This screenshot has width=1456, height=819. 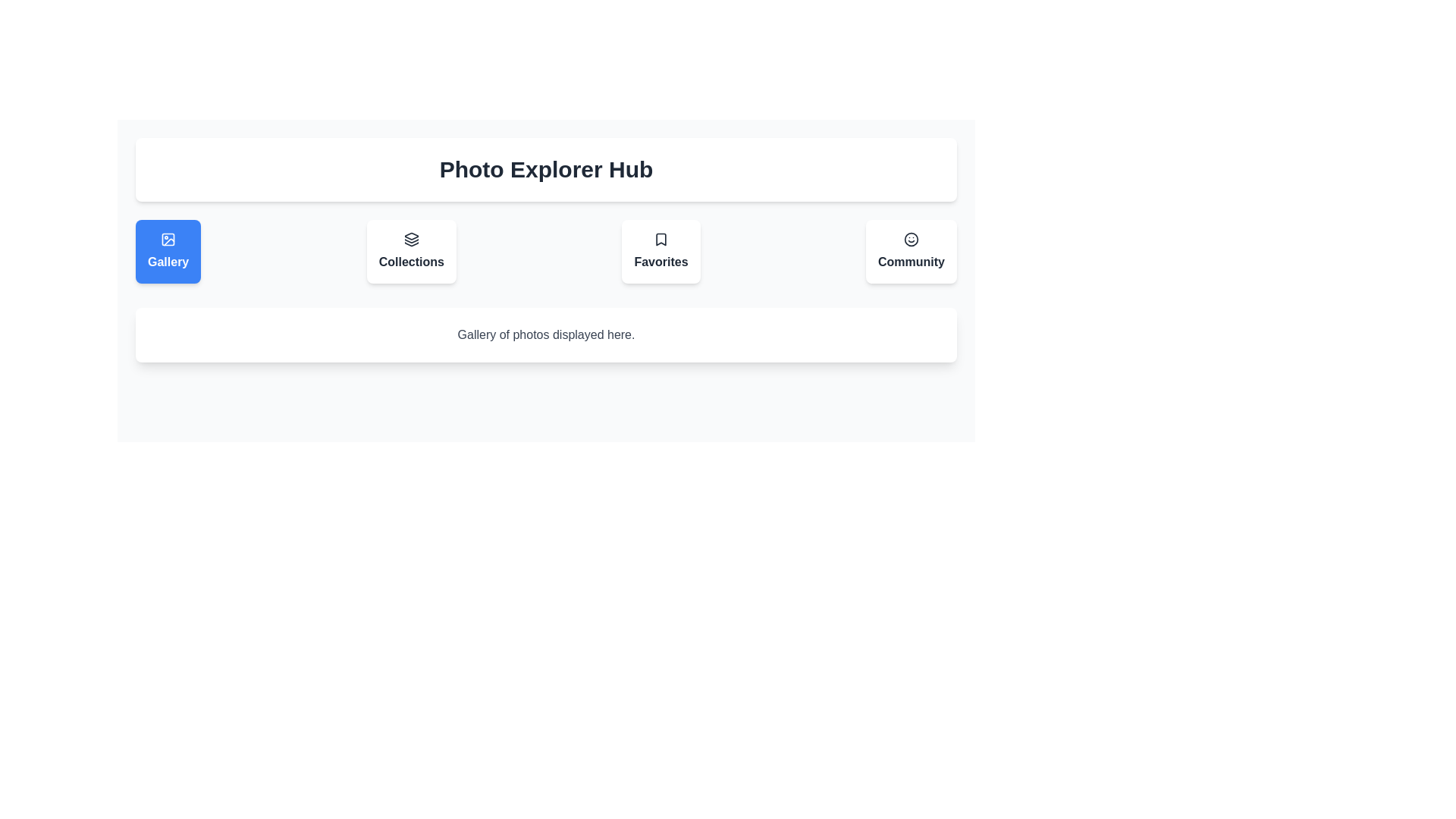 I want to click on the circular icon element that forms the base of the smiley face within the 'Community' button of the primary navigation menu, so click(x=910, y=239).